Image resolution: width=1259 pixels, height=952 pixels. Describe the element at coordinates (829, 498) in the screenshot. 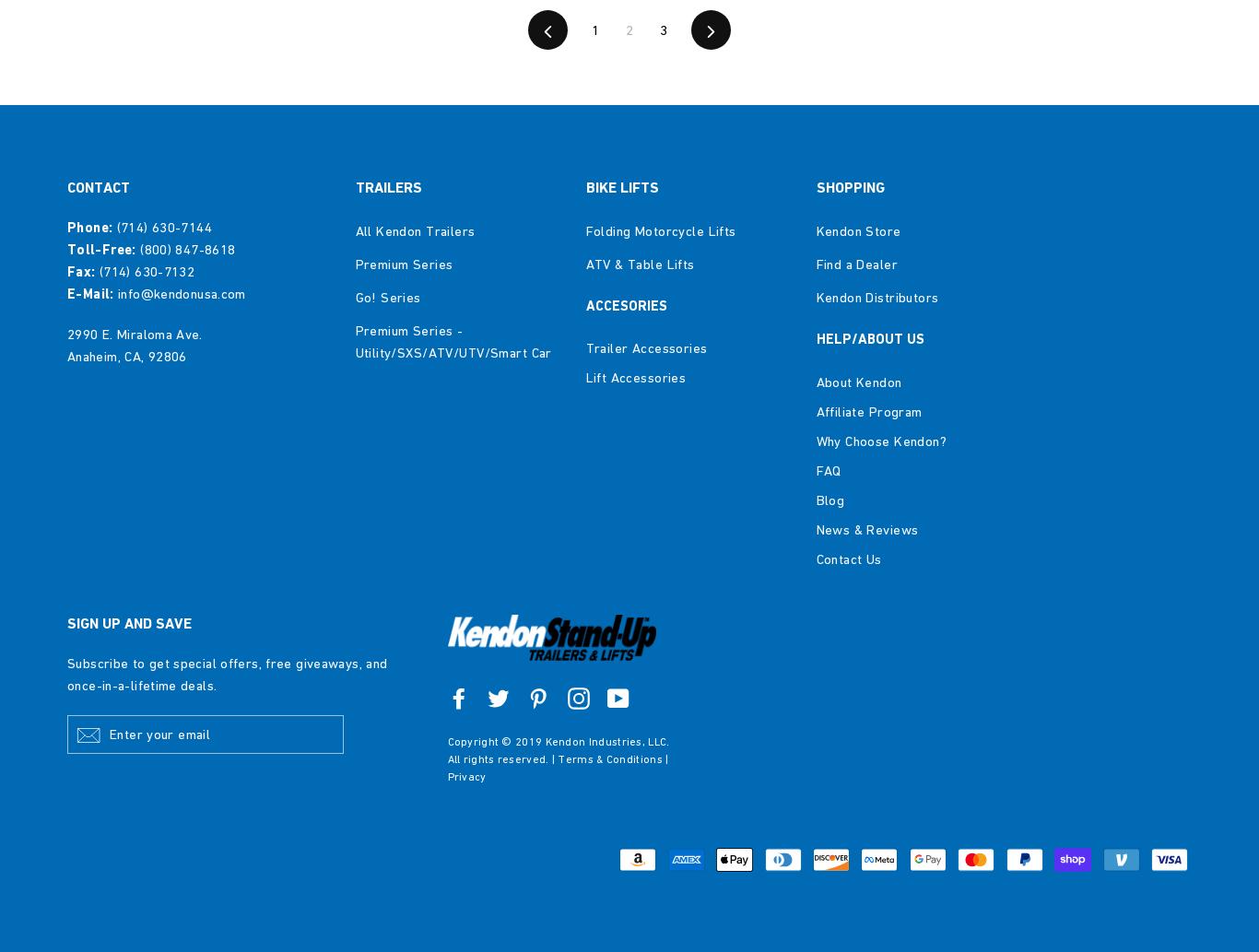

I see `'Blog'` at that location.